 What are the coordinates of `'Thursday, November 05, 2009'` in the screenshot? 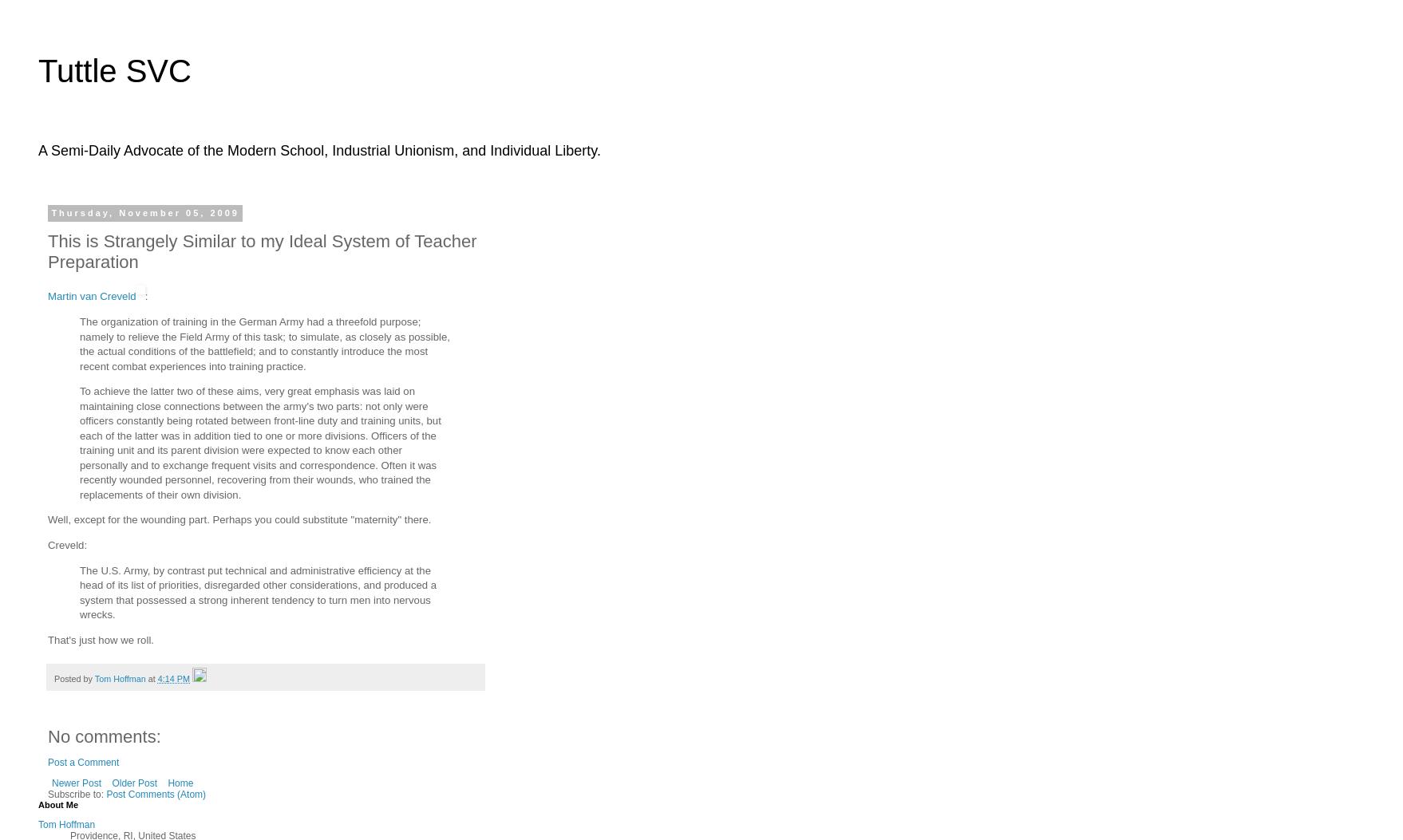 It's located at (144, 212).